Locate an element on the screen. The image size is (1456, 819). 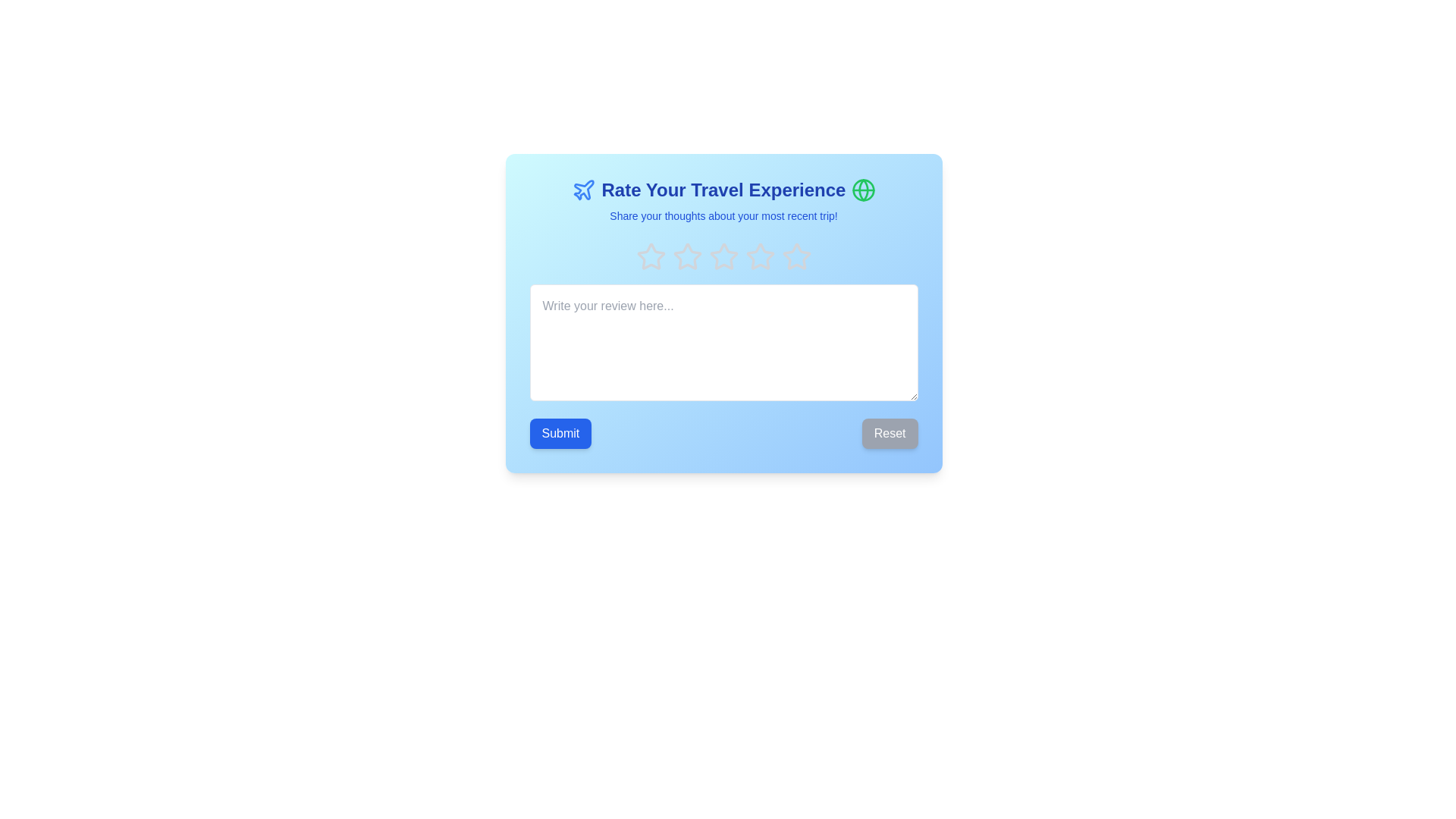
the circular shape at the center of the globe icon, which is located on the right side of the 'Rate Your Travel Experience' title area is located at coordinates (864, 189).